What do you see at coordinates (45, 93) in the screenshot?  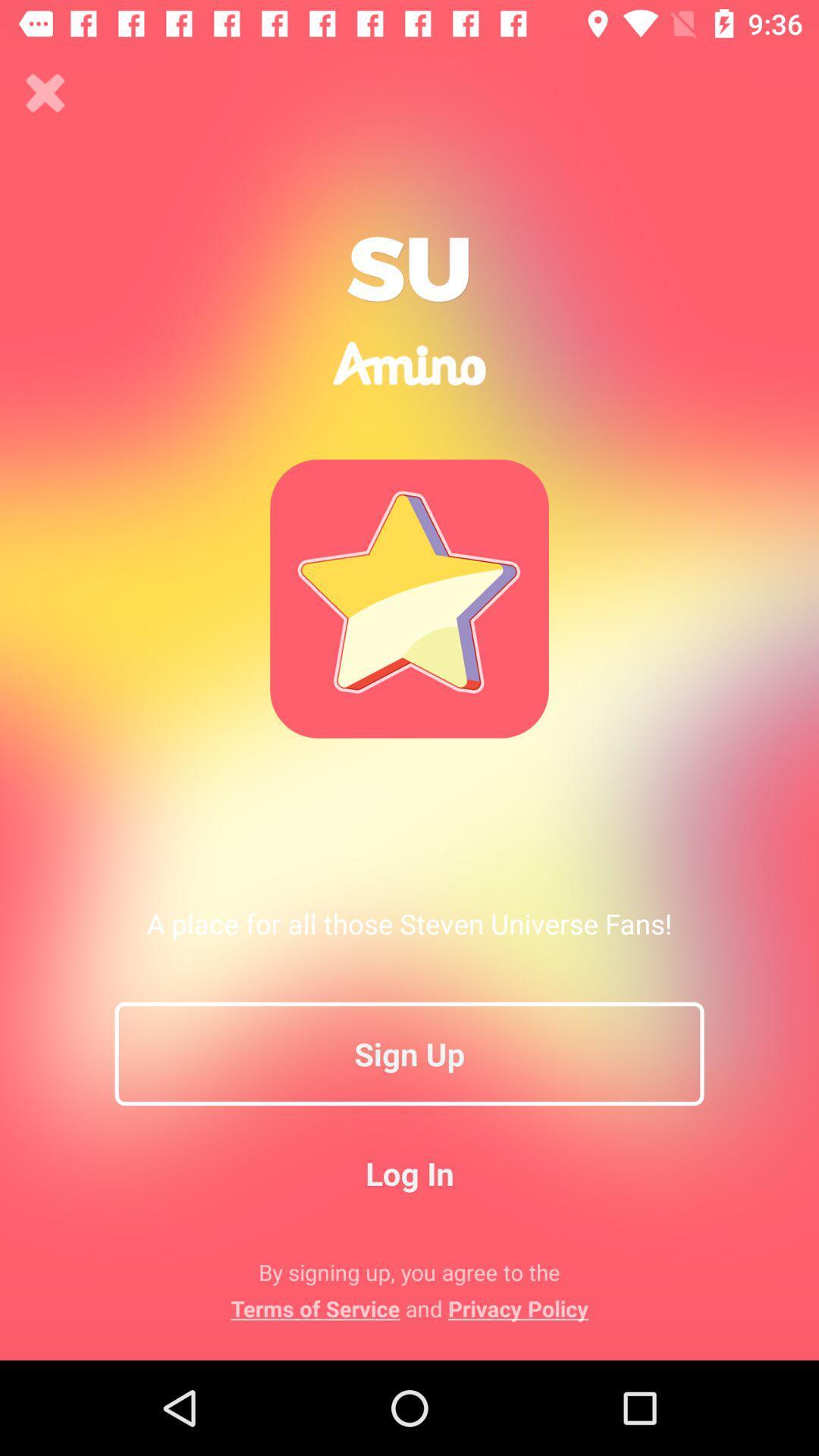 I see `screen closing button` at bounding box center [45, 93].